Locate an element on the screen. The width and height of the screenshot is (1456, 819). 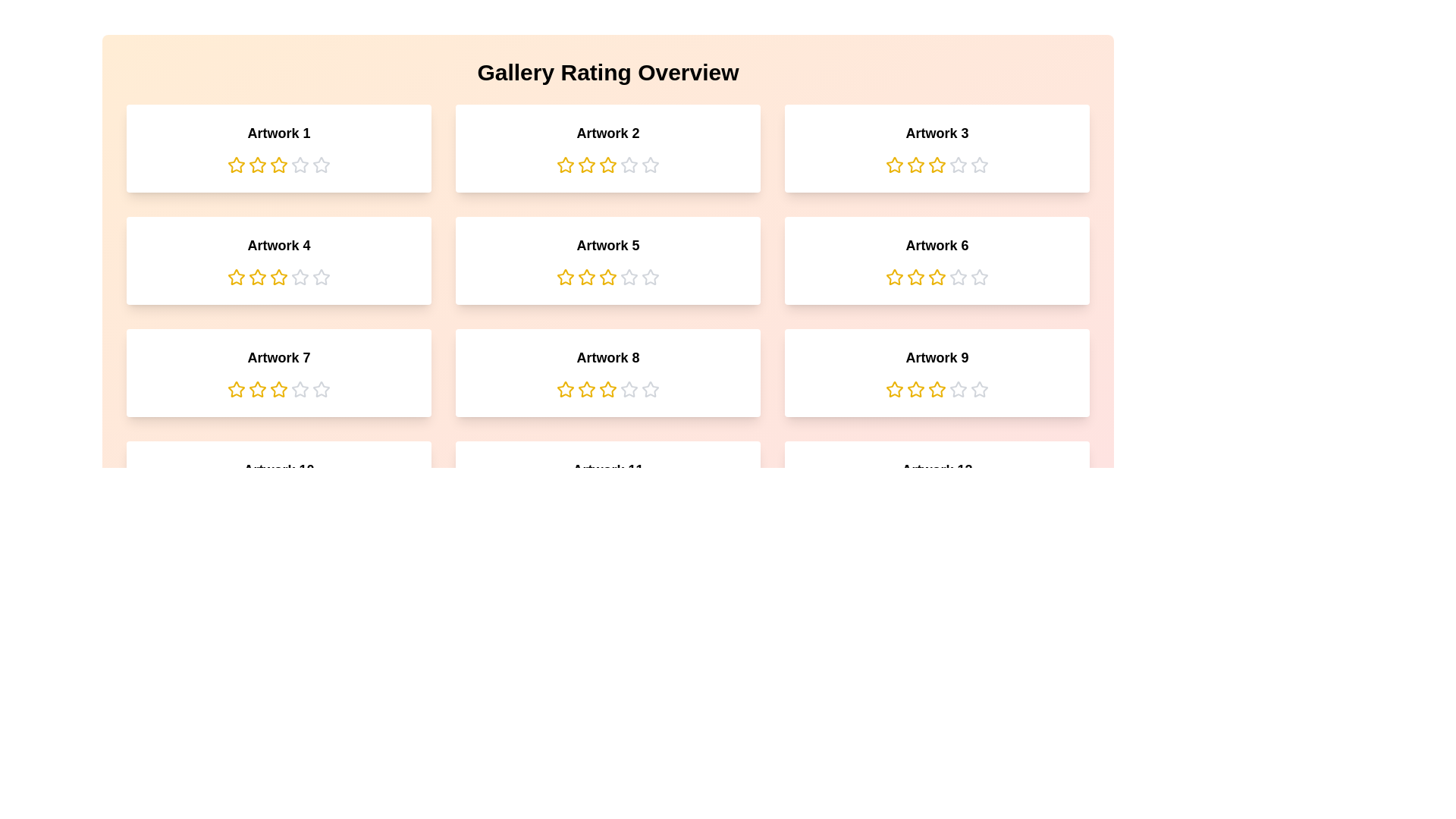
the rating of an artwork to 3 stars by clicking the corresponding star is located at coordinates (279, 165).